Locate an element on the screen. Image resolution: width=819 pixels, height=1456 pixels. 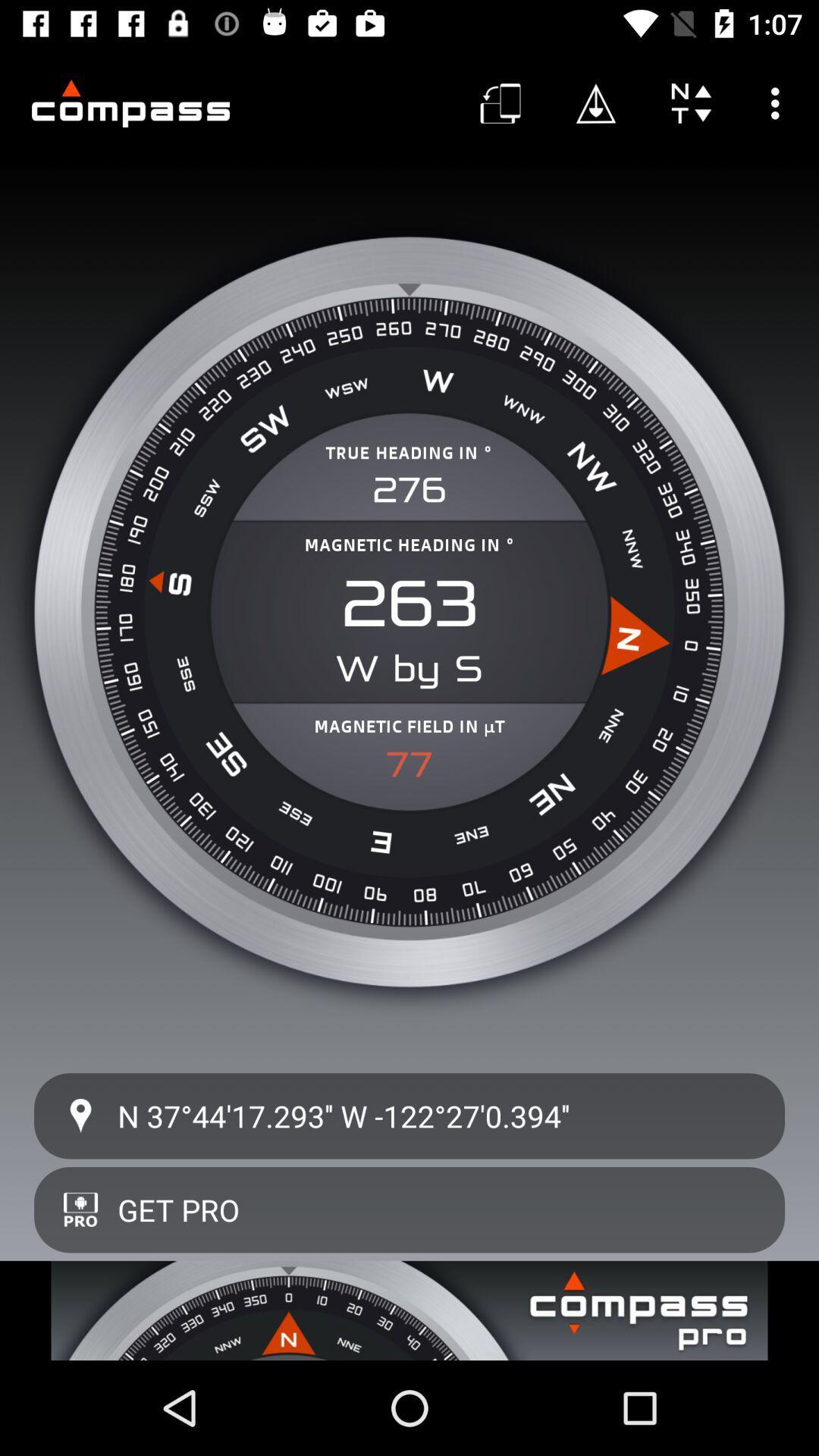
the item above the magnetic field in icon is located at coordinates (409, 603).